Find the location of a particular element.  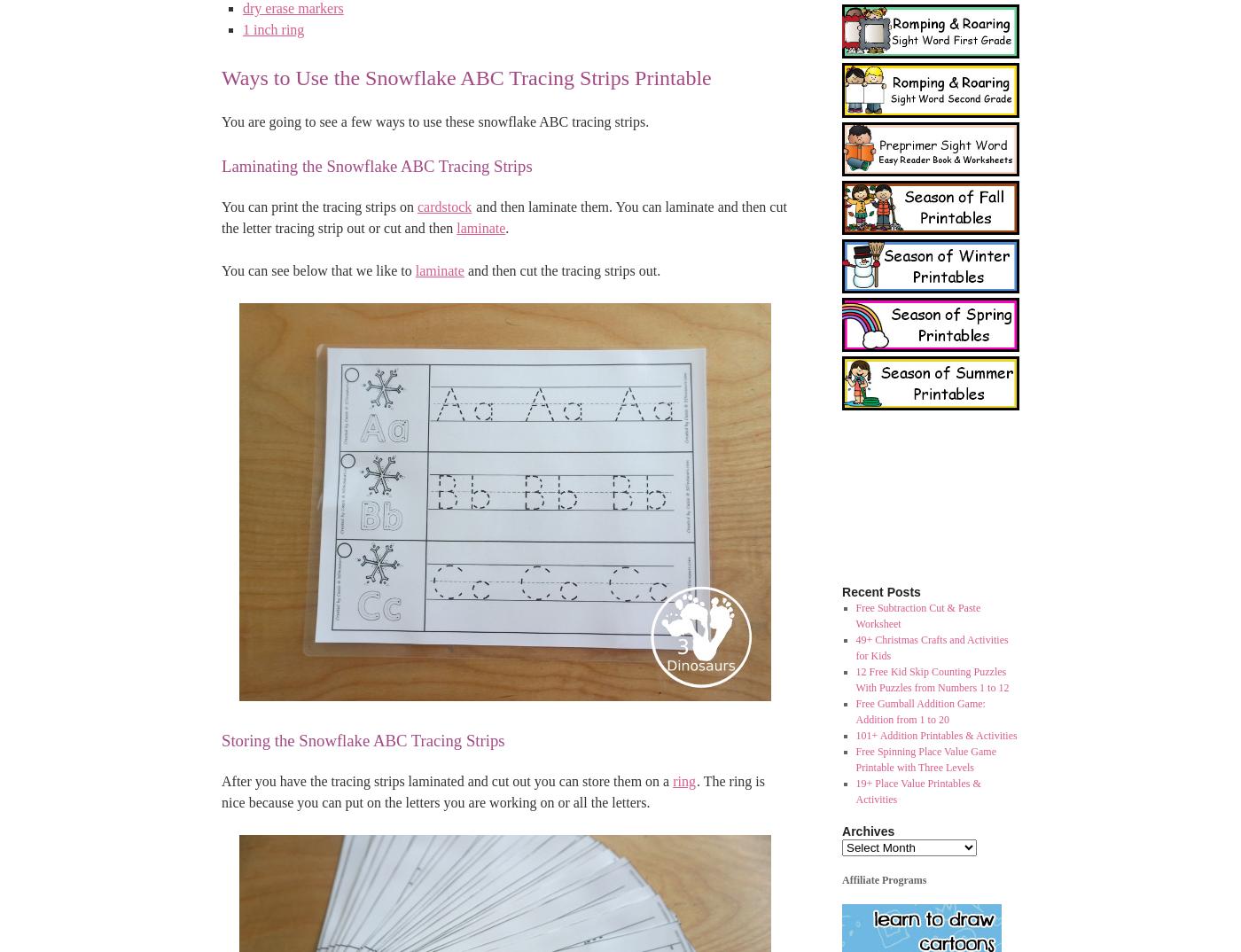

'19+ Place Value Printables & Activities' is located at coordinates (917, 791).